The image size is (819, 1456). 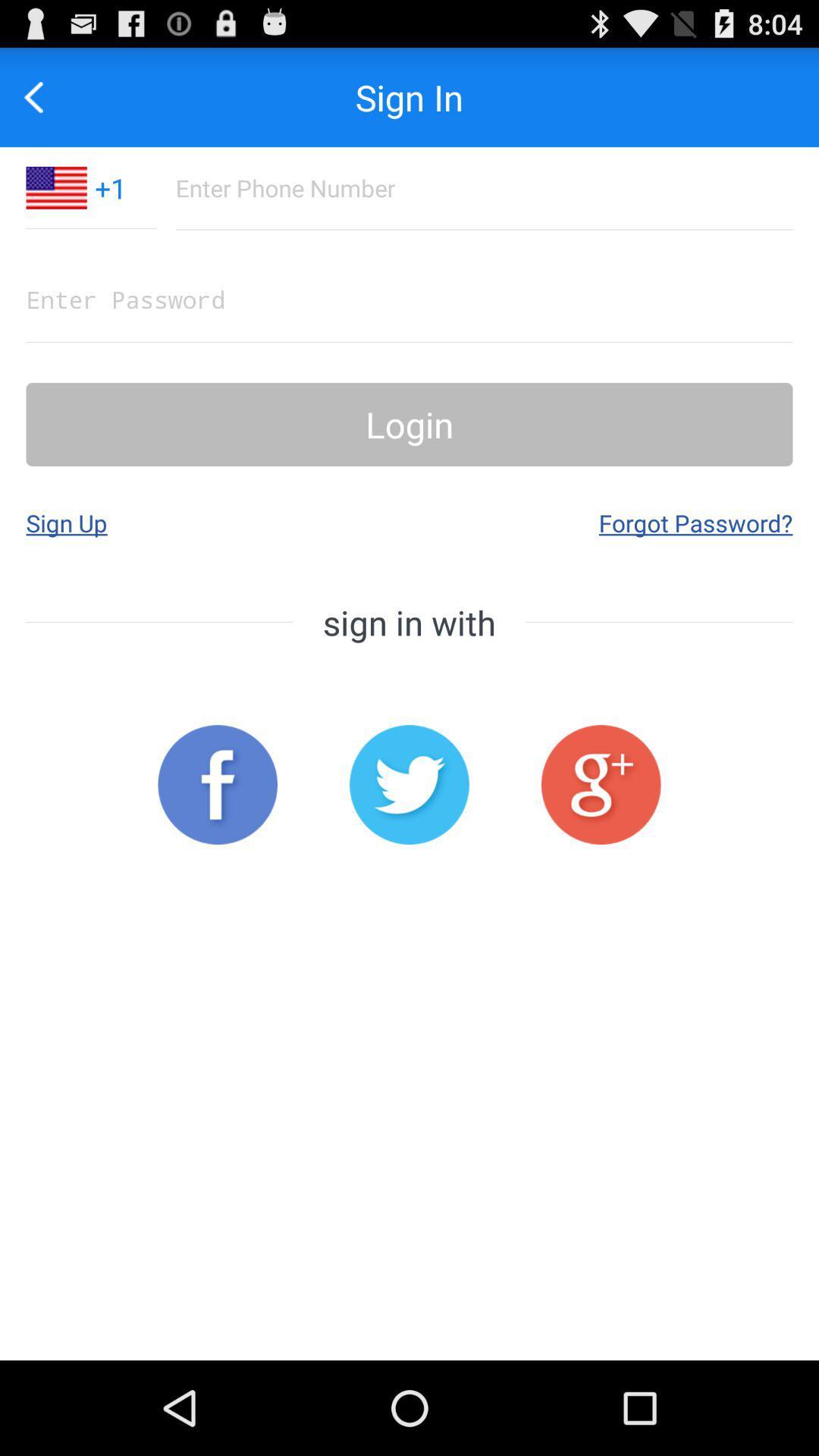 What do you see at coordinates (484, 187) in the screenshot?
I see `phone number` at bounding box center [484, 187].